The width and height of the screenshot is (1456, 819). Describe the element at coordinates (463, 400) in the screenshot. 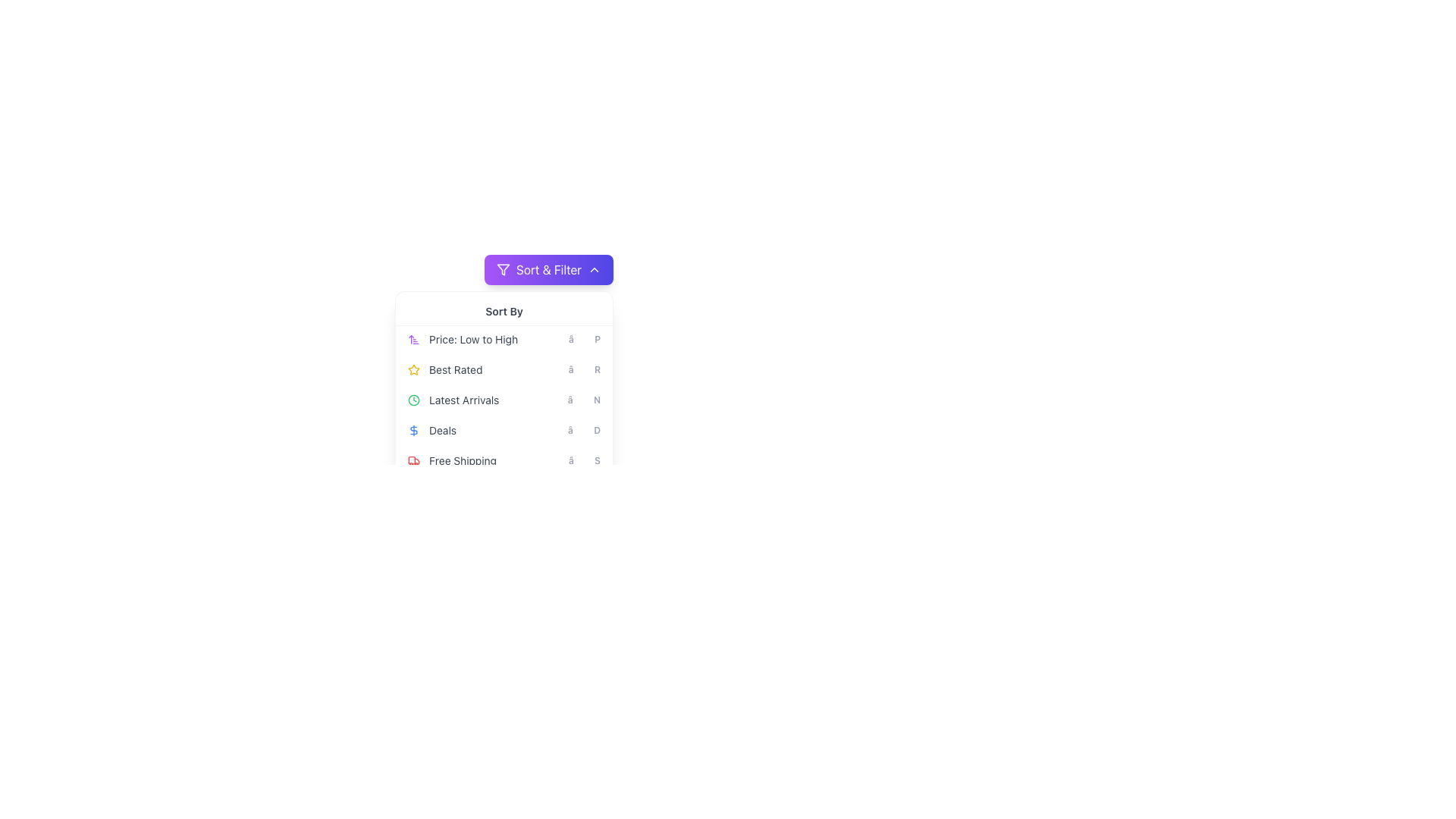

I see `the 'Latest Arrivals' text element in the dropdown menu labeled 'Sort By'` at that location.